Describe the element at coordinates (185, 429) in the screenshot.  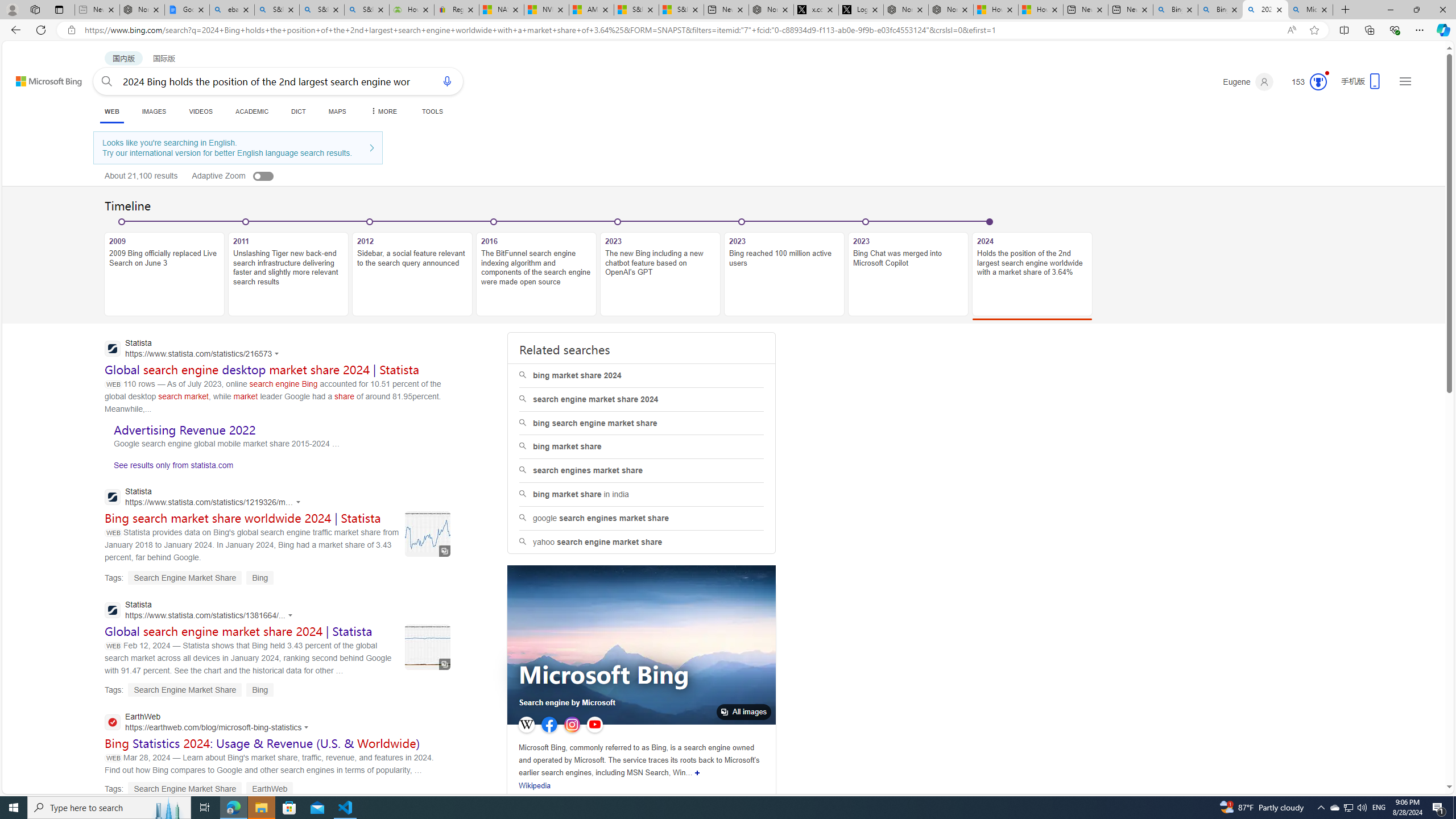
I see `'Advertising Revenue 2022'` at that location.